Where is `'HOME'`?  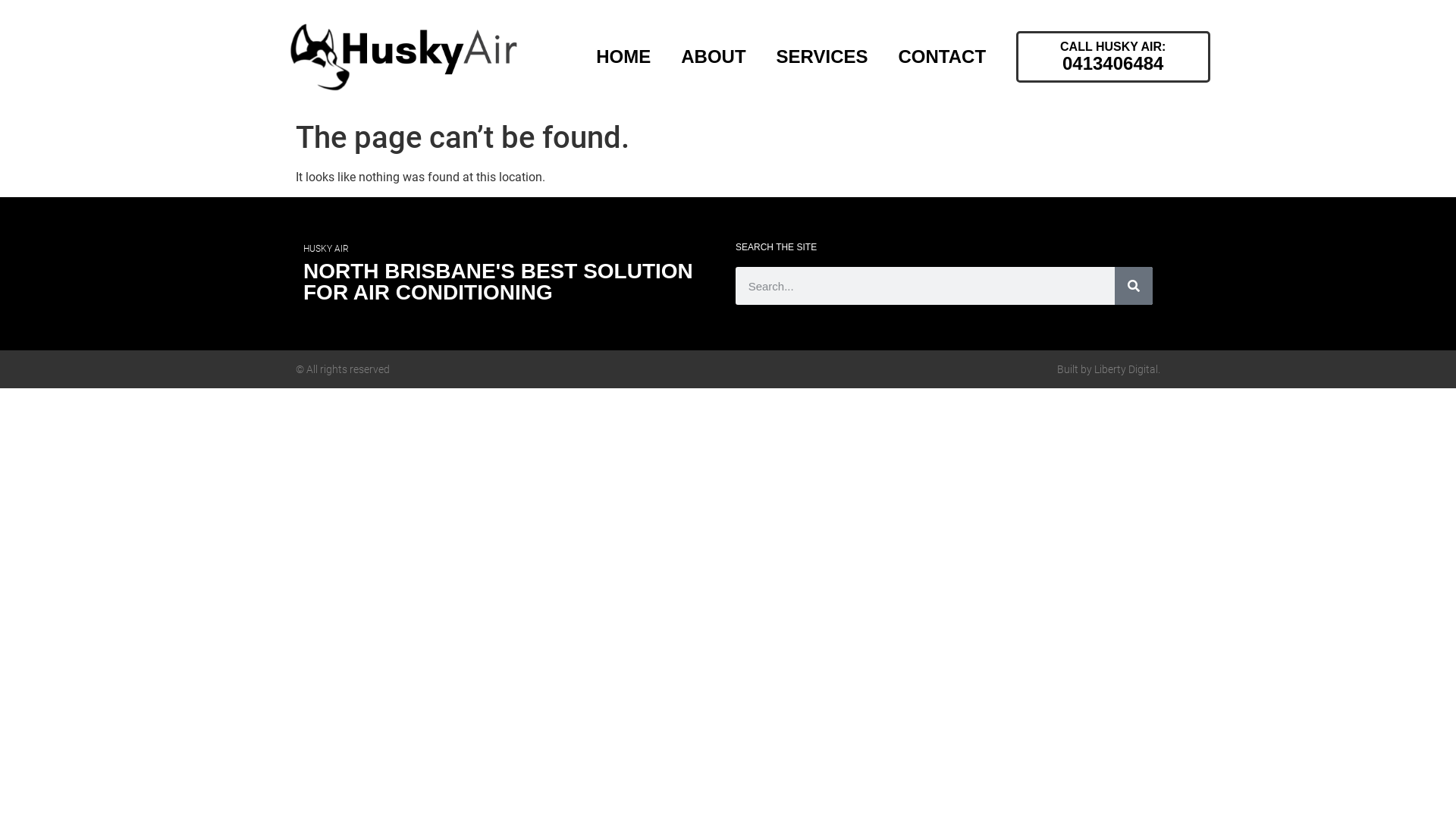
'HOME' is located at coordinates (623, 55).